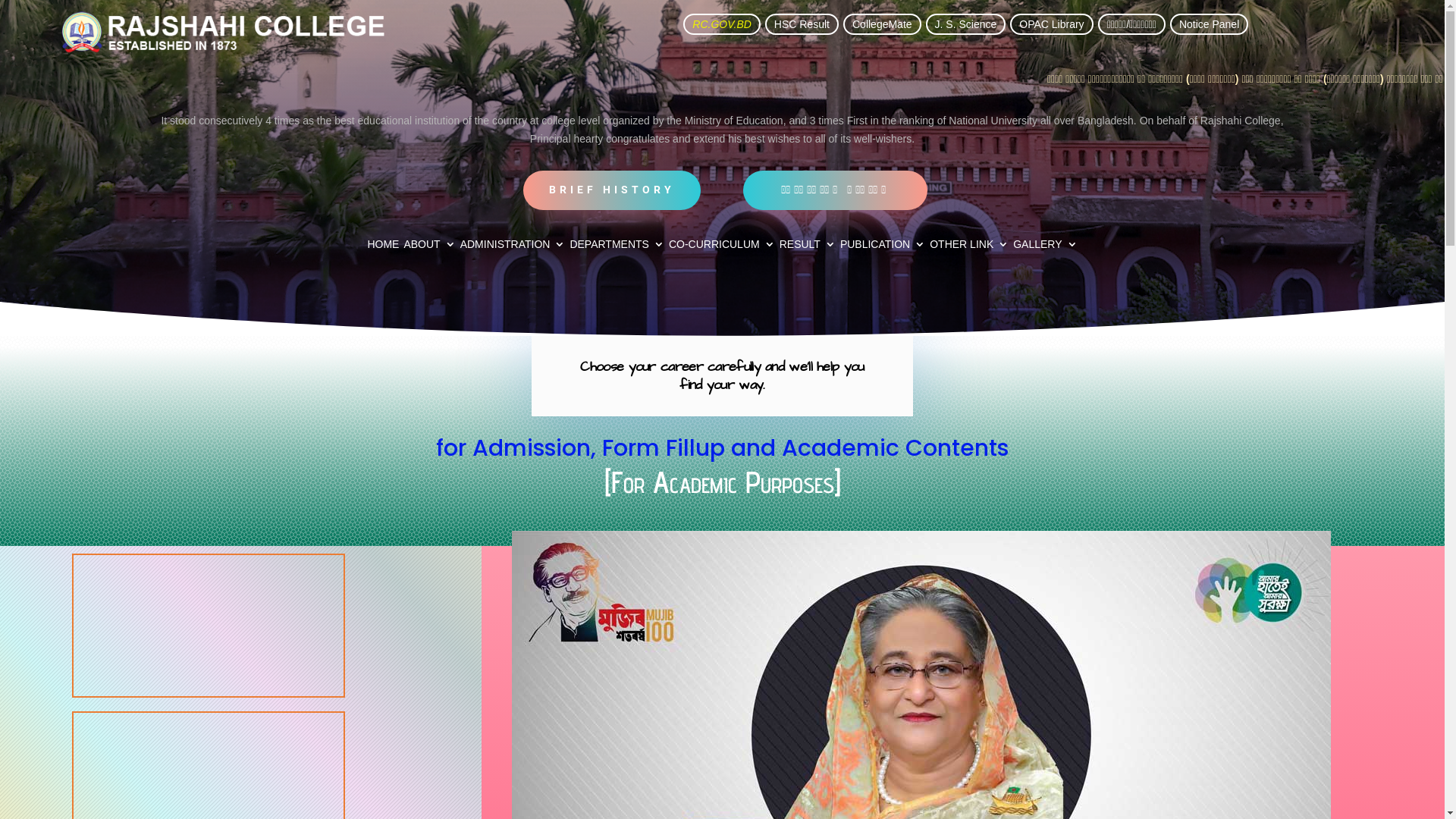 This screenshot has width=1456, height=819. I want to click on 'ADMINISTRATION', so click(513, 246).